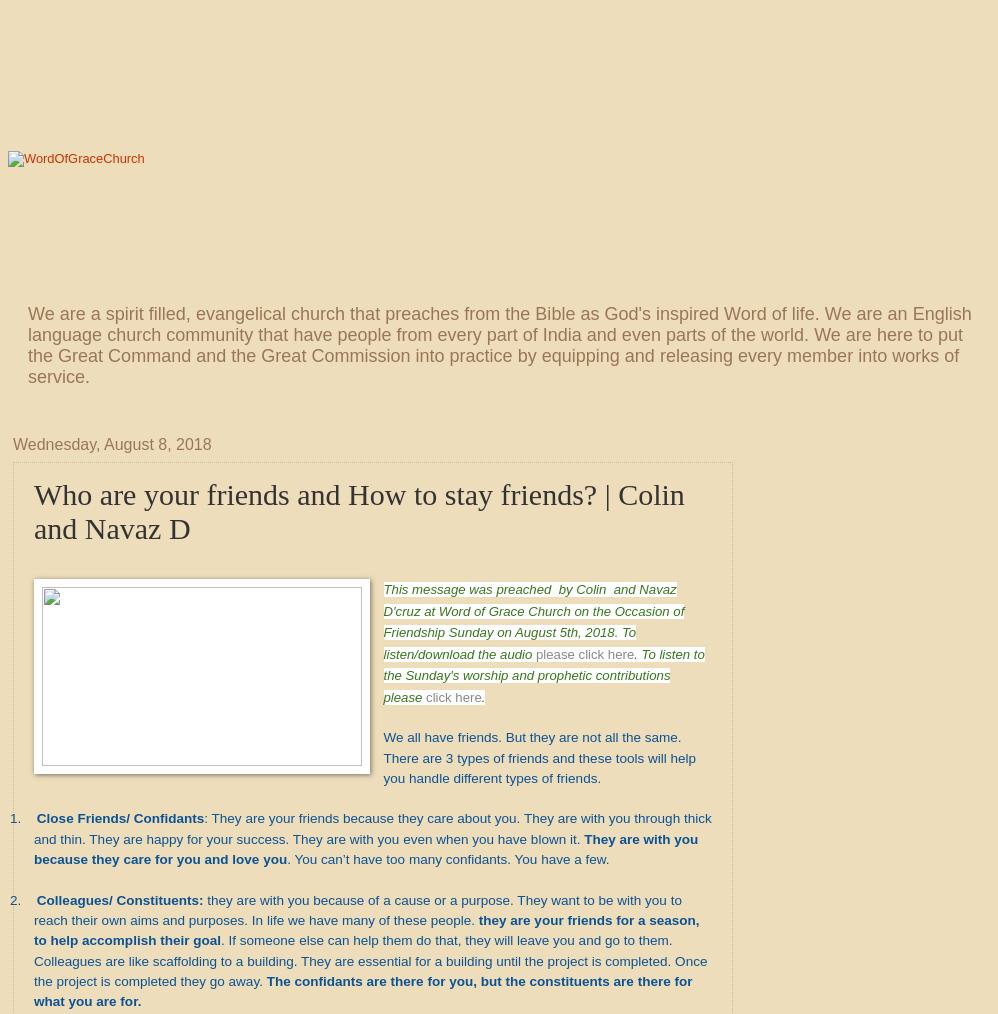 This screenshot has height=1014, width=998. I want to click on 'o listen to the Sunday's worship and prophetic contributions please', so click(543, 675).